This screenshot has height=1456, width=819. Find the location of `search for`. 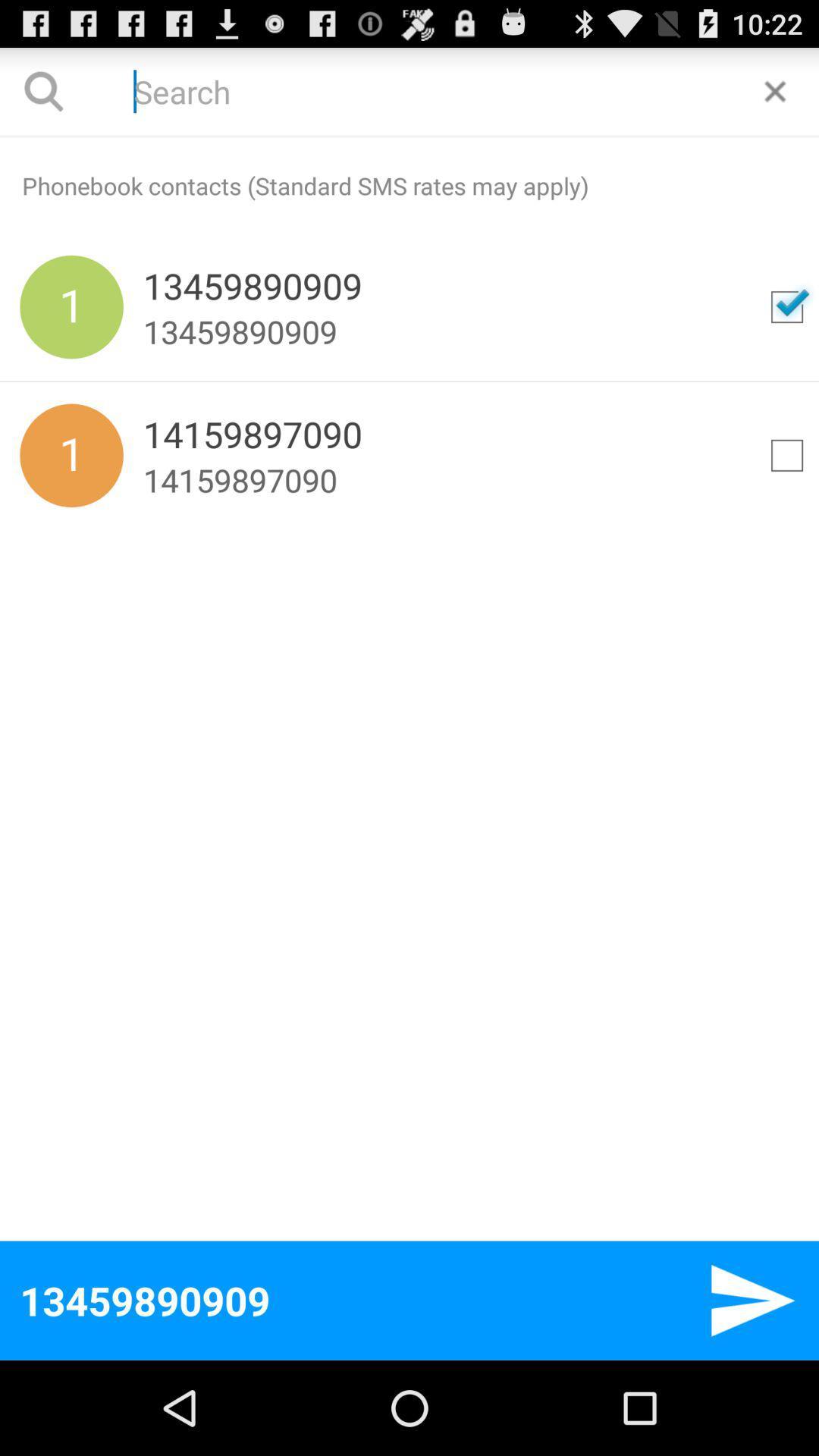

search for is located at coordinates (786, 306).